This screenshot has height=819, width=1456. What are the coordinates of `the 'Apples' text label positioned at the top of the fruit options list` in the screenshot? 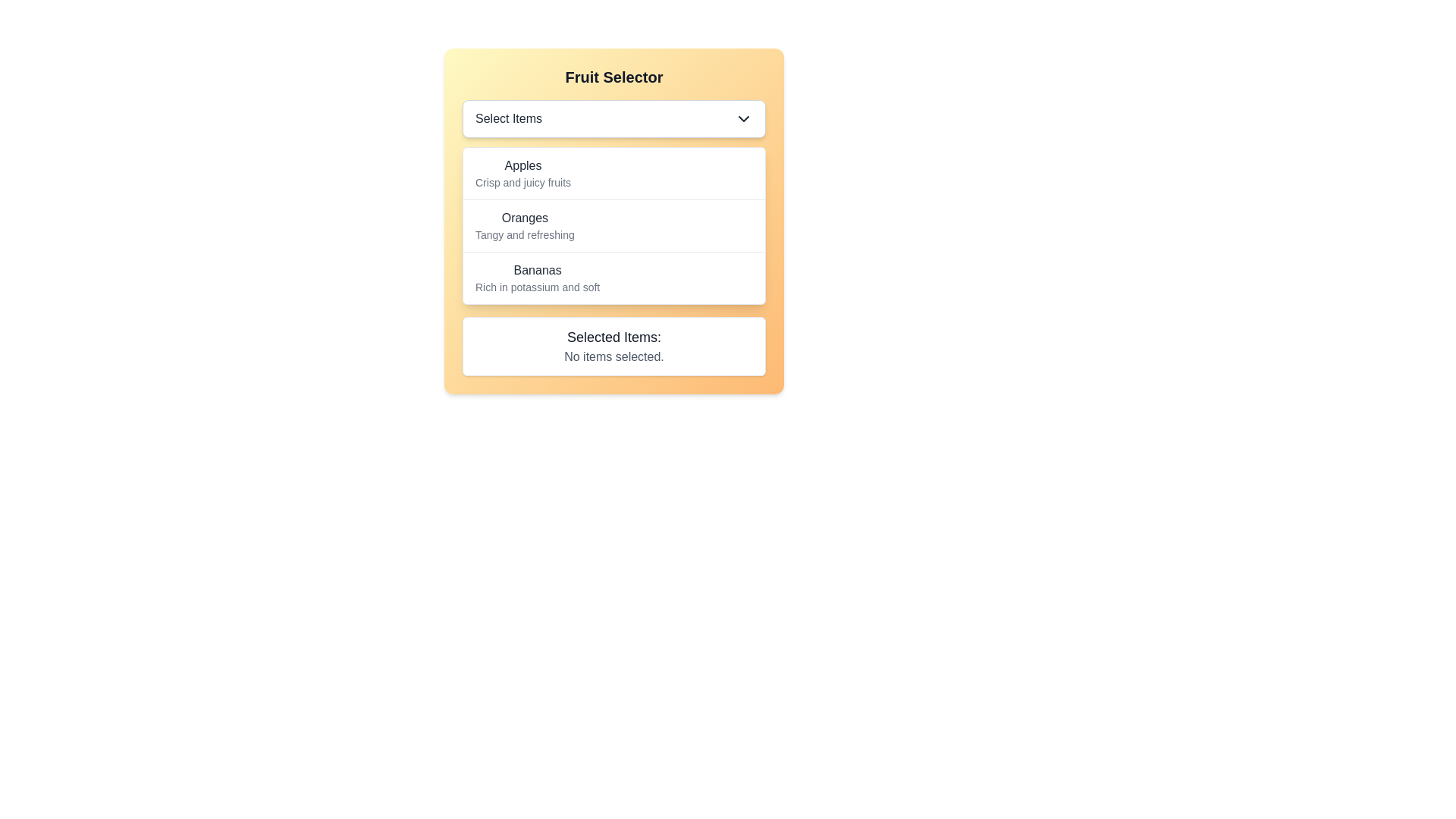 It's located at (523, 166).